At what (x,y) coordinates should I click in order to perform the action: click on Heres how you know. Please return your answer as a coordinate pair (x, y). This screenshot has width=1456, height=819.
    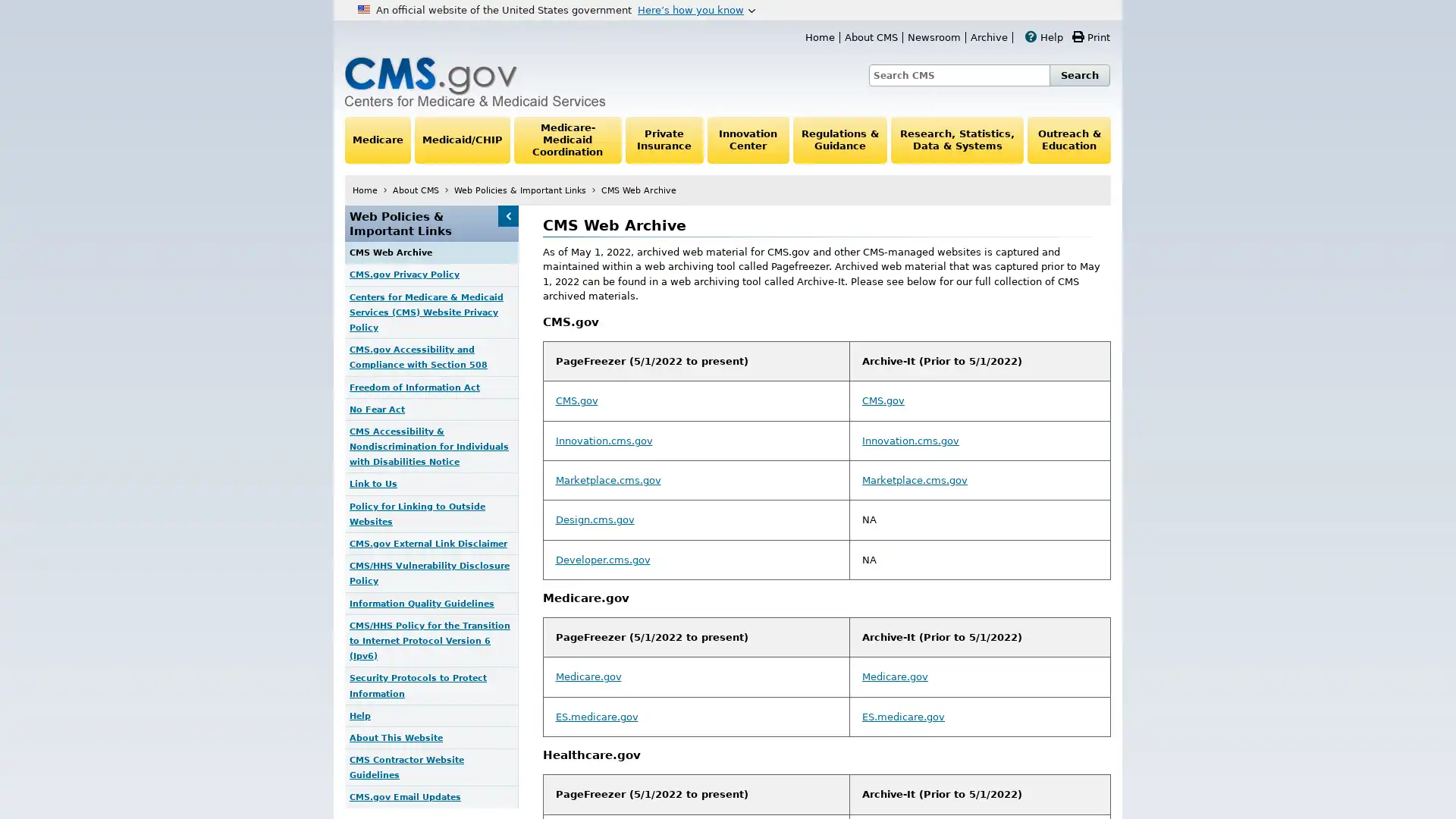
    Looking at the image, I should click on (695, 9).